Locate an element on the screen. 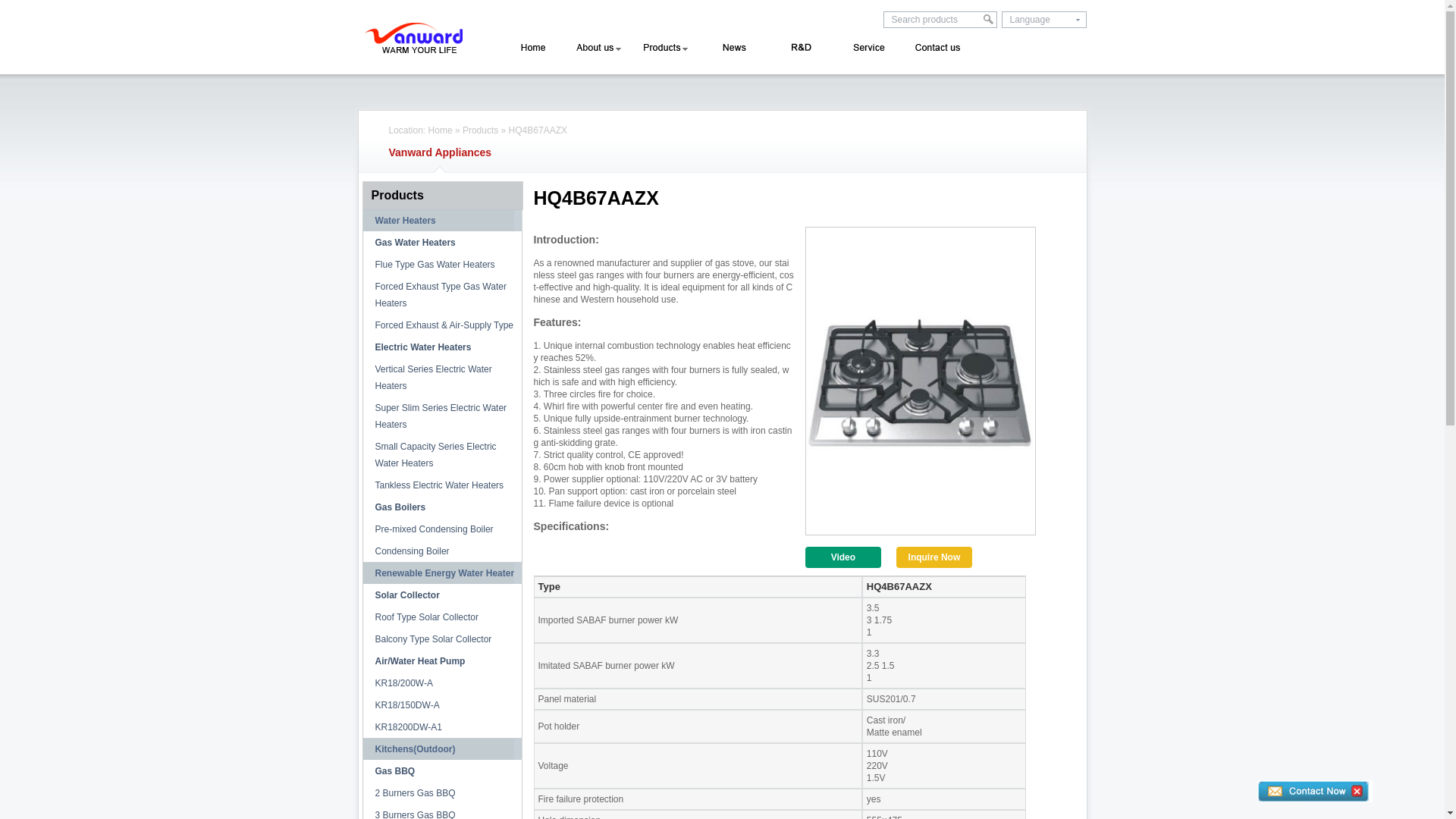  'Forced Exhaust & Air-Supply Type' is located at coordinates (362, 324).